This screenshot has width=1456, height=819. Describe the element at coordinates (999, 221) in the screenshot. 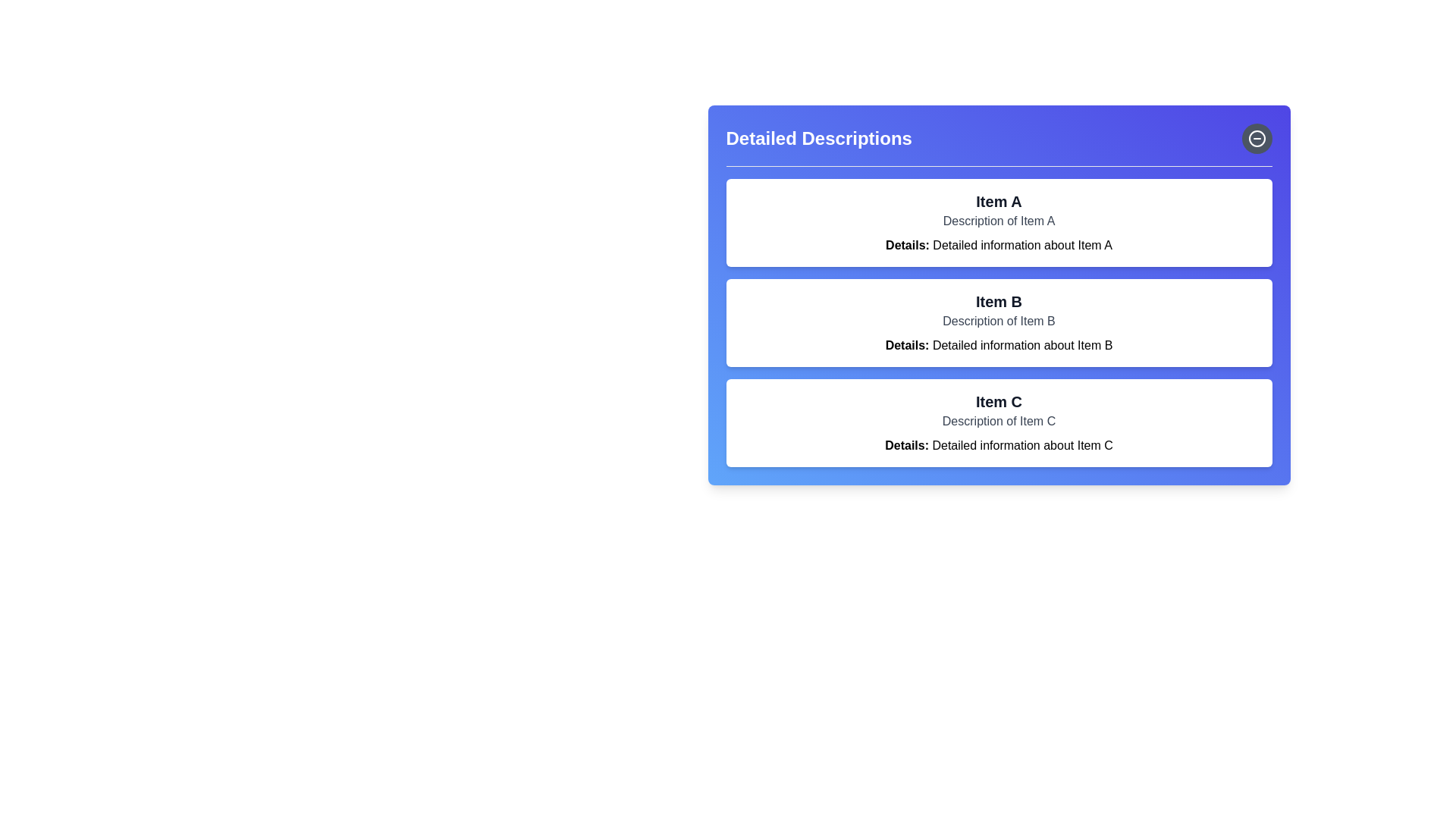

I see `the descriptive text about 'Item A' located within the first card element, positioned above the 'Details:' section` at that location.